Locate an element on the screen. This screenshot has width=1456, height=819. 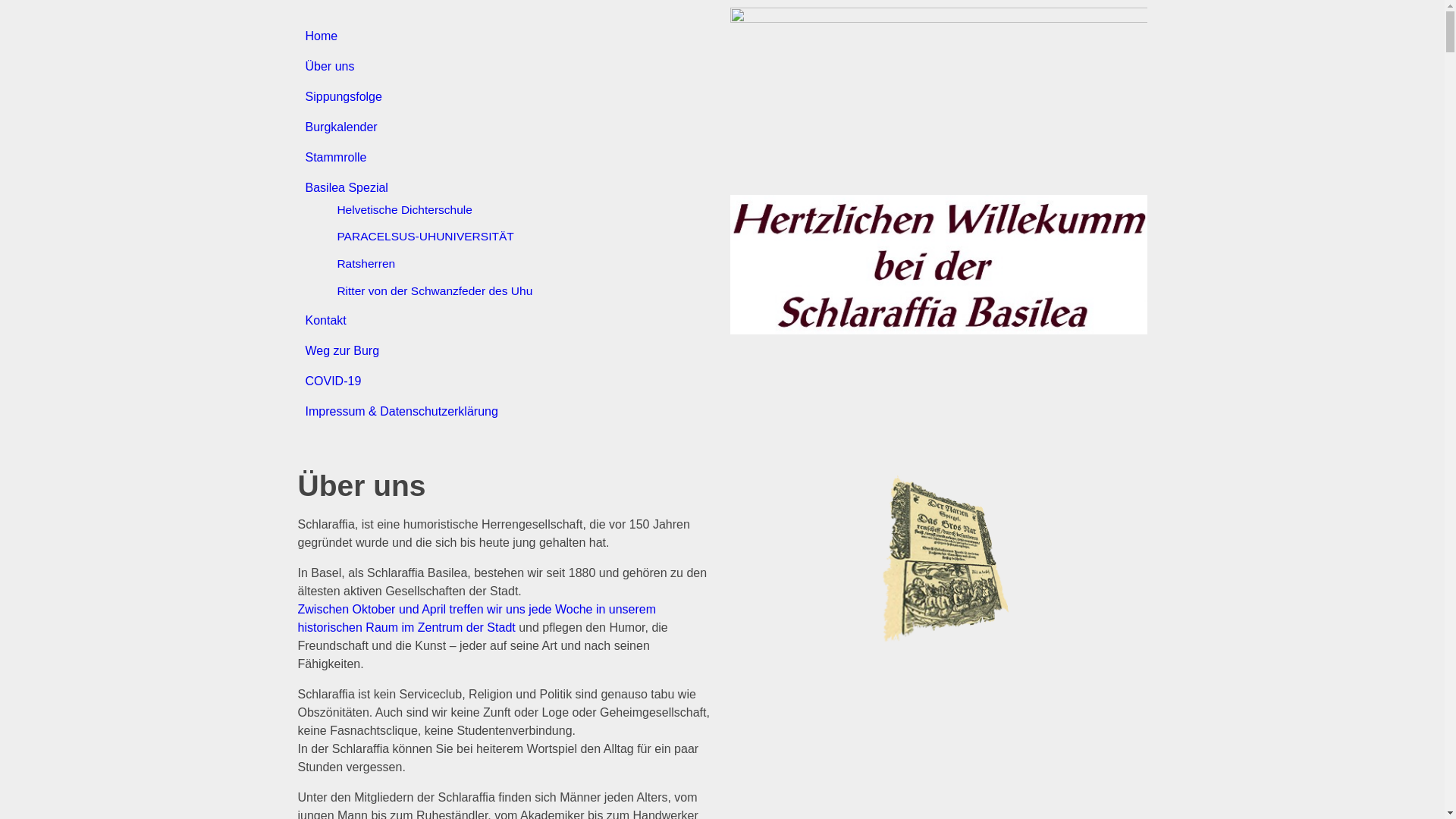
'Home' is located at coordinates (320, 35).